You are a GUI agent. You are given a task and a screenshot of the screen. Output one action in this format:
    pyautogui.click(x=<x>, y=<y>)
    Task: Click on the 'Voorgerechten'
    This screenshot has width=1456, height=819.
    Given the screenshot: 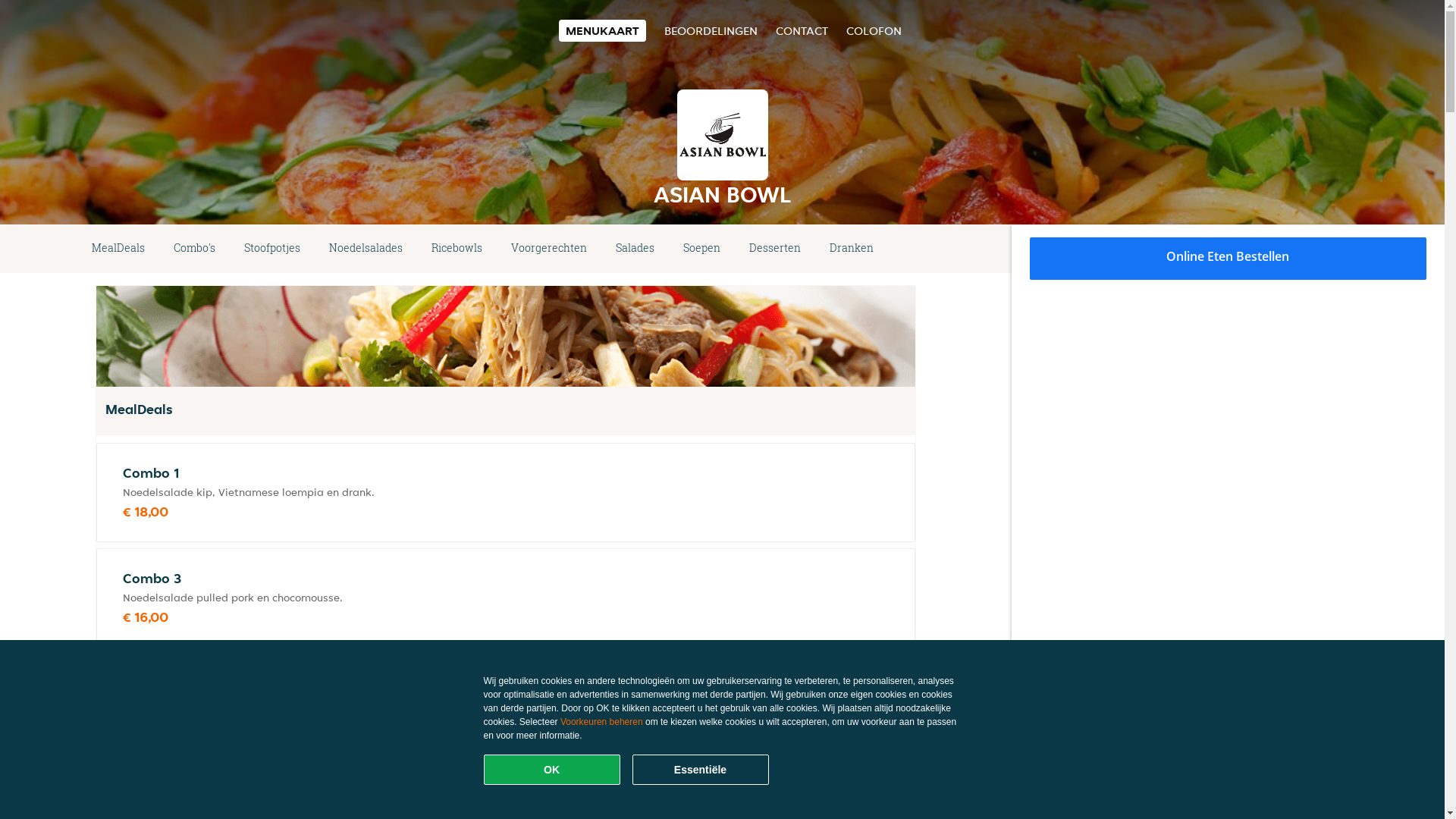 What is the action you would take?
    pyautogui.click(x=548, y=247)
    